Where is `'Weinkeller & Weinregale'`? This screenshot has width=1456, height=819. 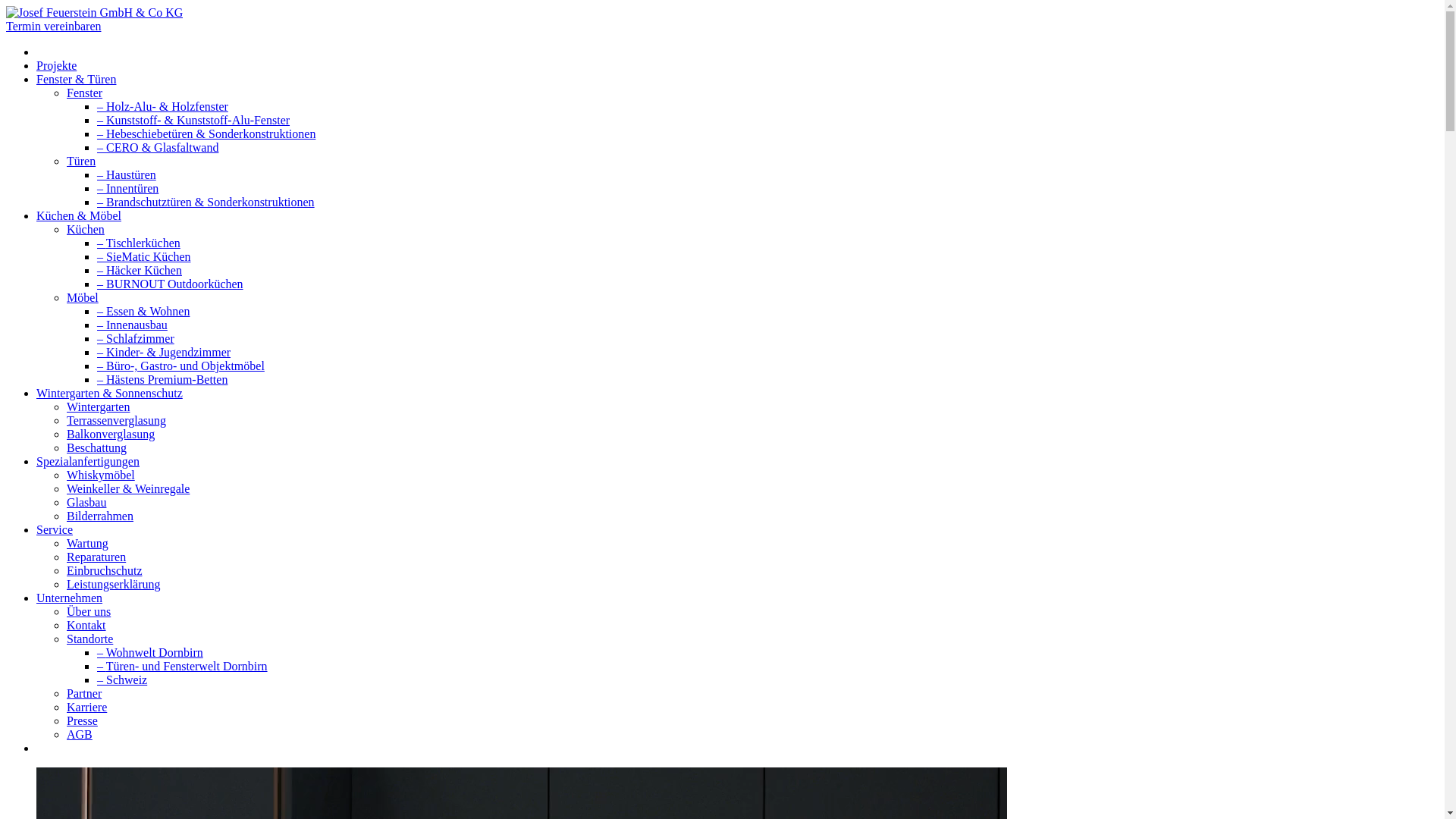 'Weinkeller & Weinregale' is located at coordinates (127, 488).